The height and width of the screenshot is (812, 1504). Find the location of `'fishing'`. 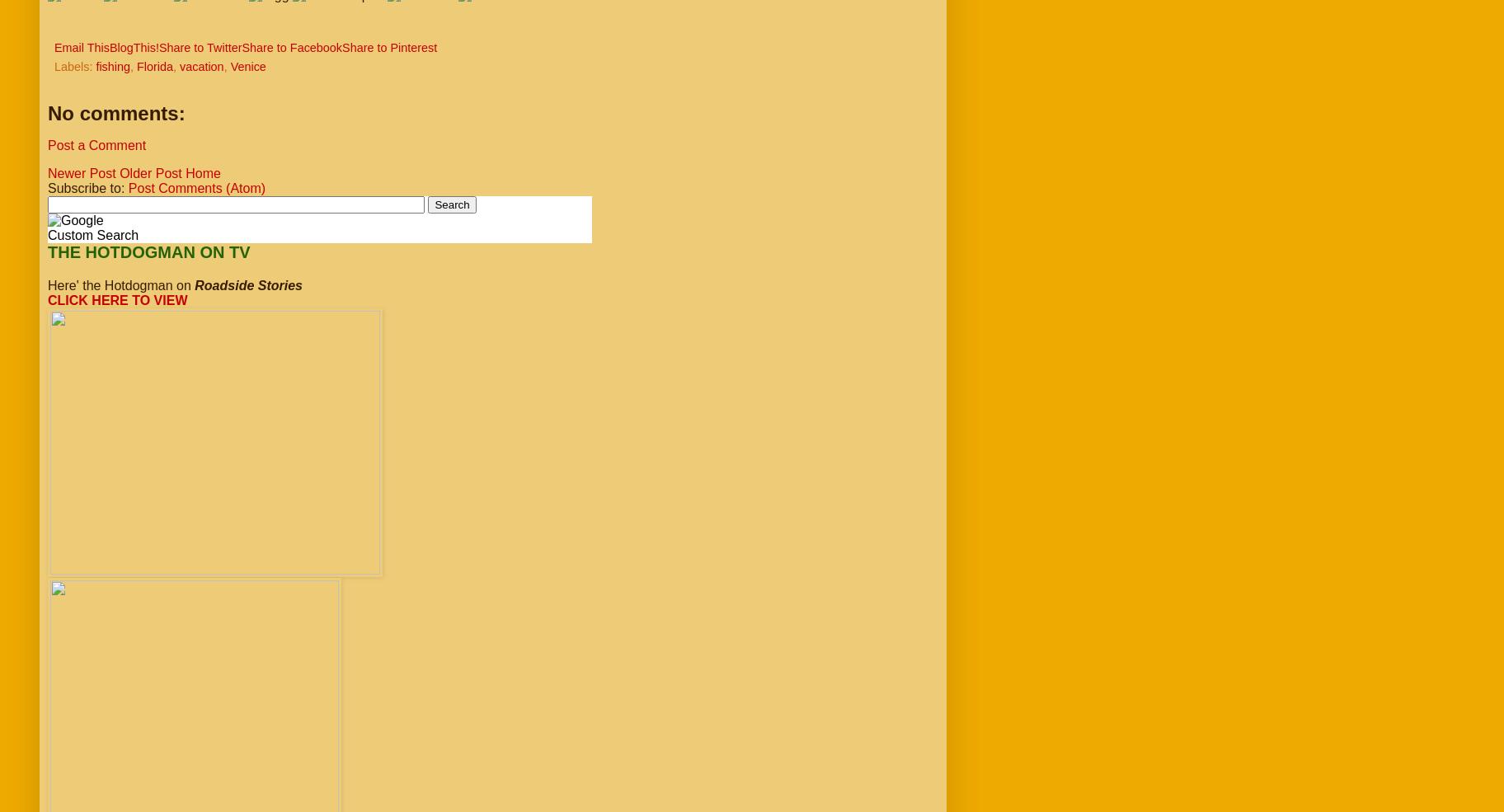

'fishing' is located at coordinates (111, 65).